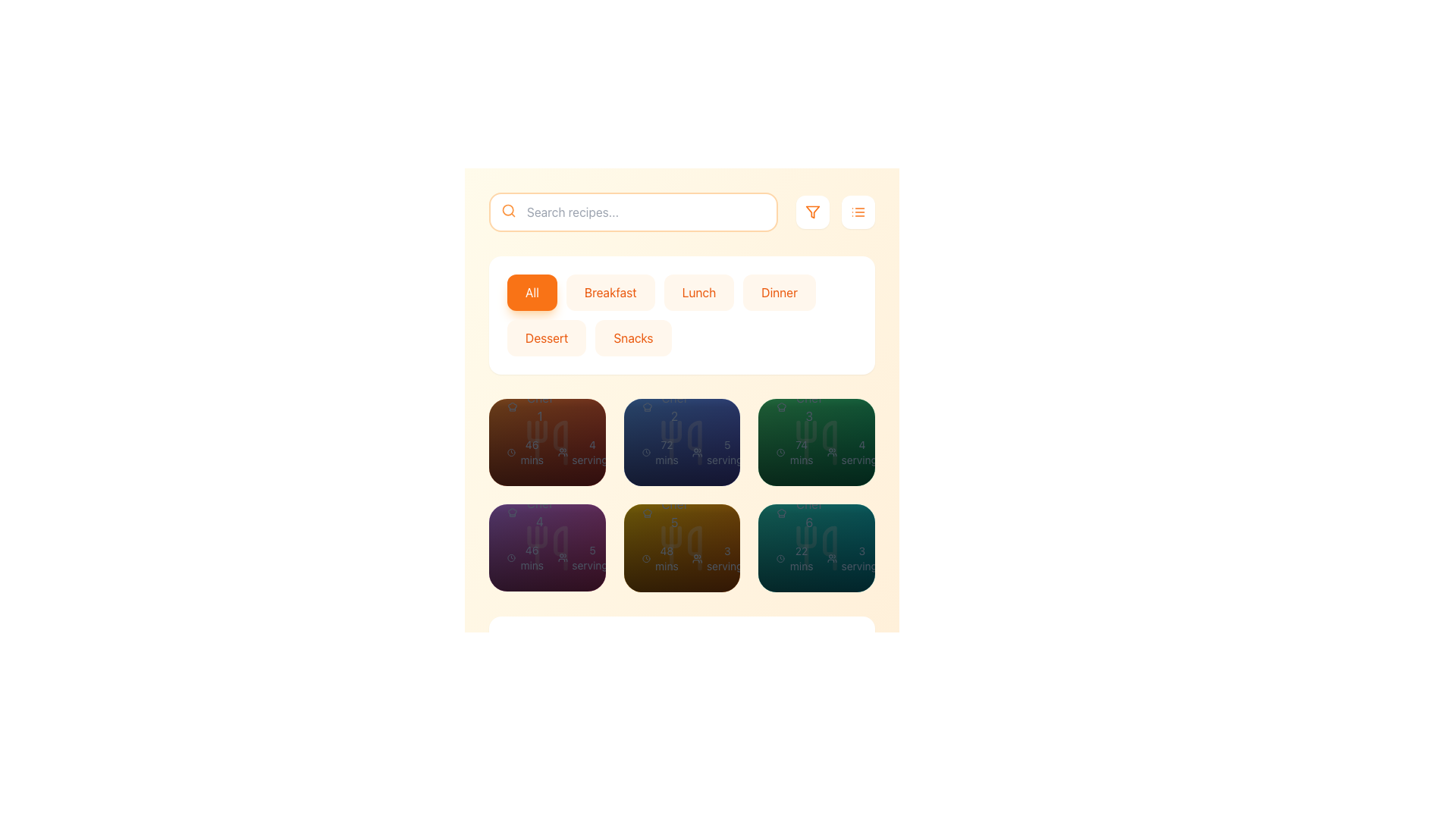 Image resolution: width=1456 pixels, height=819 pixels. Describe the element at coordinates (708, 460) in the screenshot. I see `the Rating display with a numerical rating of '4.0' and a star icon` at that location.